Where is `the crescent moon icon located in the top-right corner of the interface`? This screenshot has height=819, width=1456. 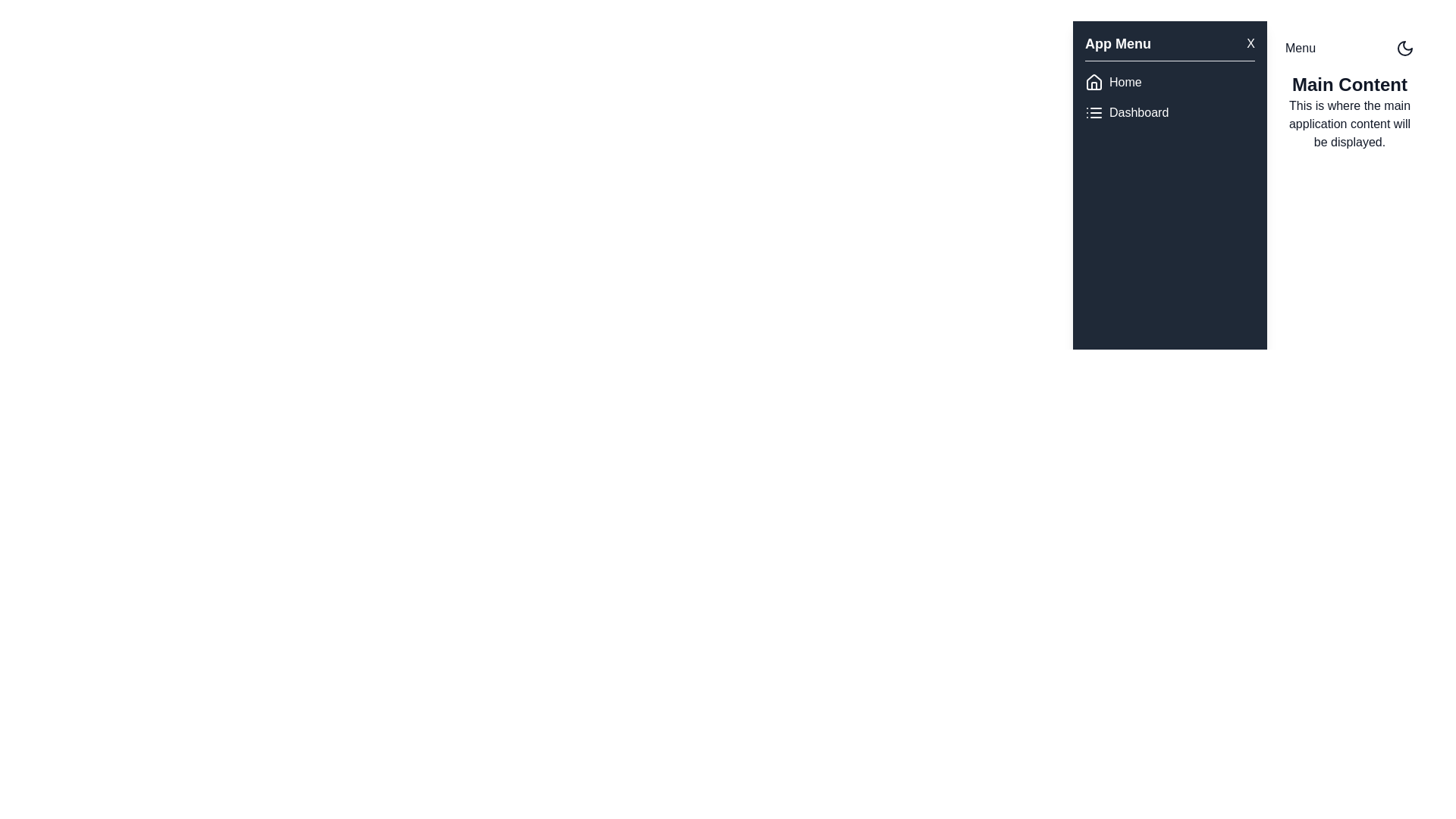
the crescent moon icon located in the top-right corner of the interface is located at coordinates (1404, 48).